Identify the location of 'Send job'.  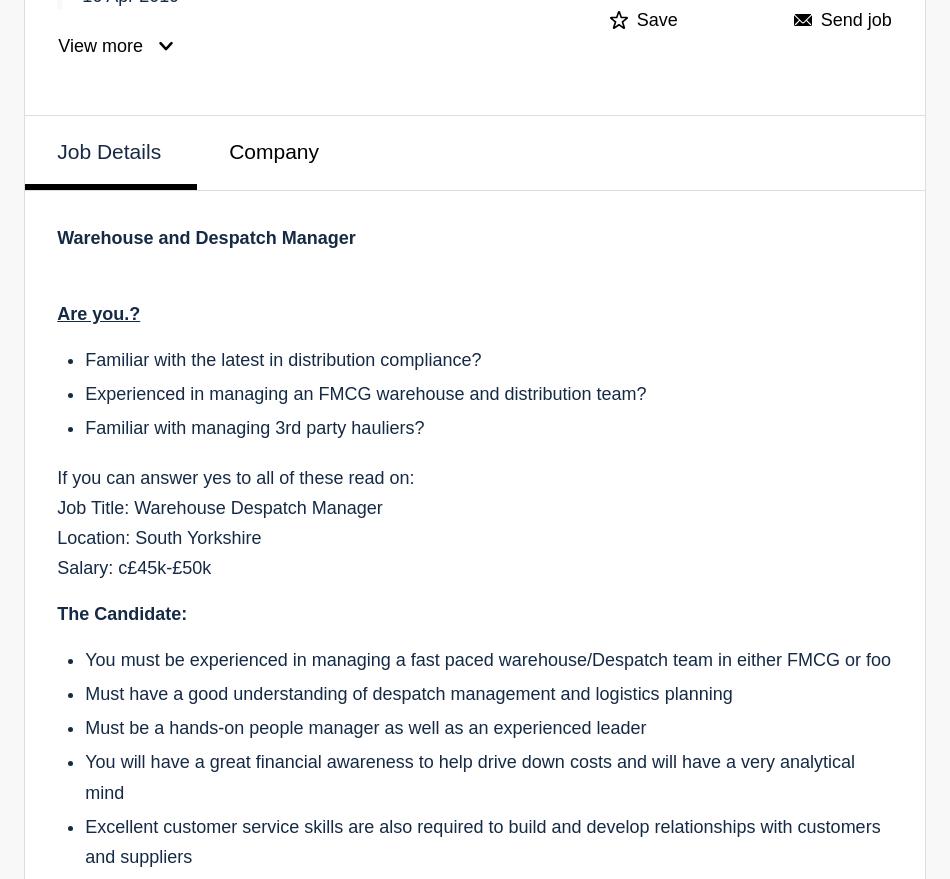
(854, 19).